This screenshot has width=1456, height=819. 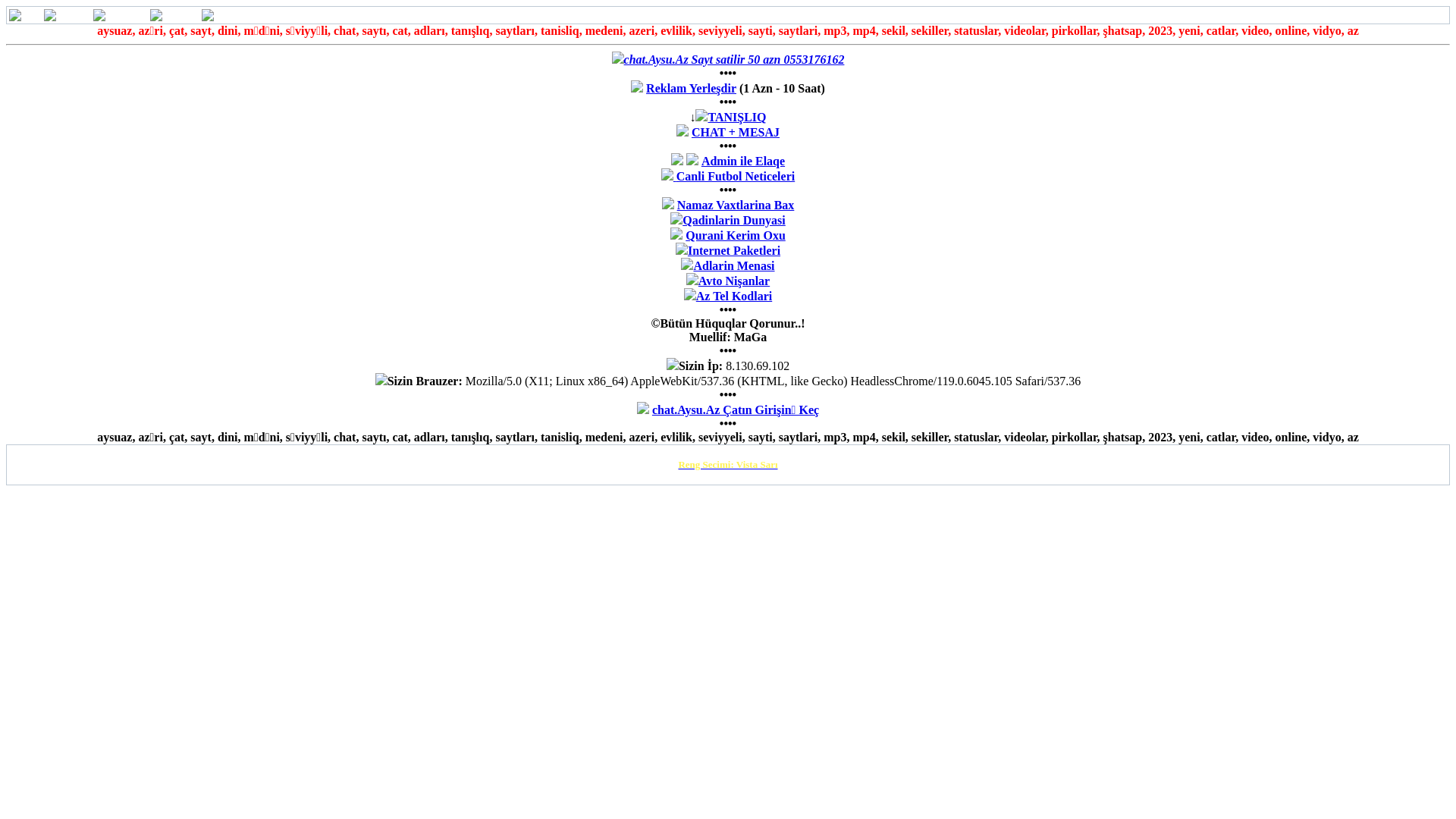 What do you see at coordinates (736, 205) in the screenshot?
I see `'Namaz Vaxtlarina Bax'` at bounding box center [736, 205].